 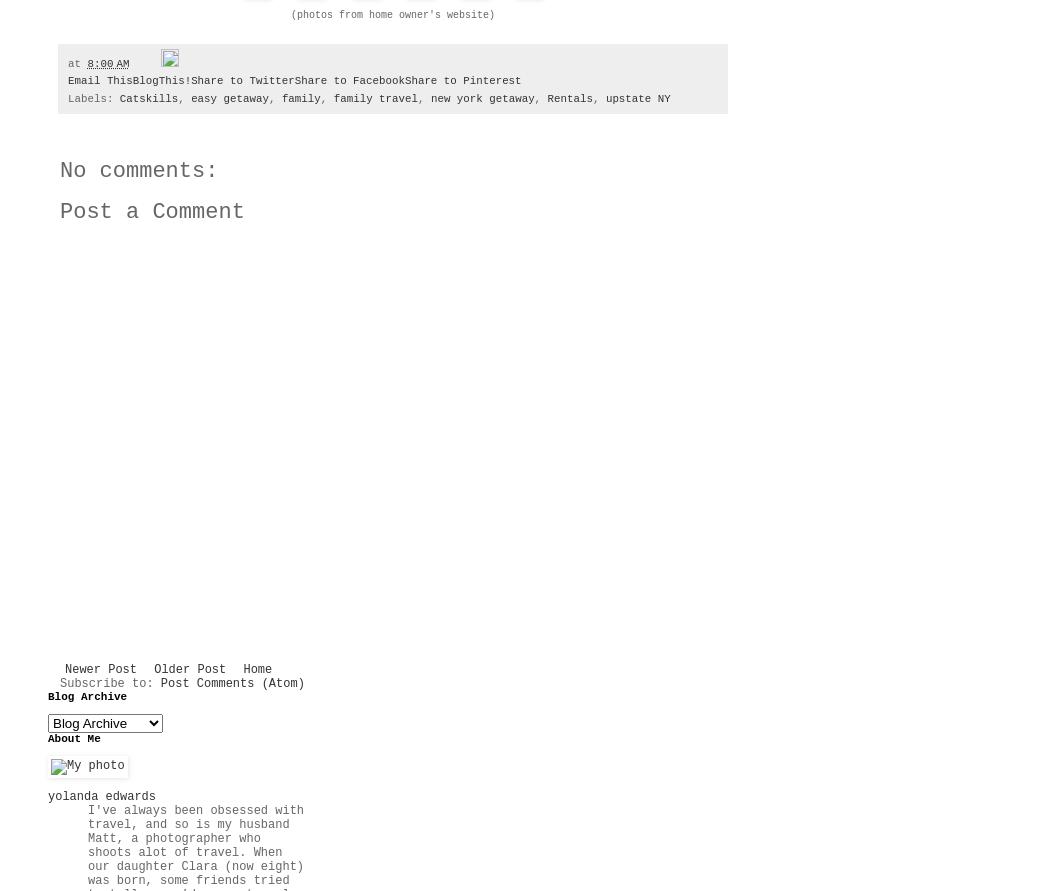 What do you see at coordinates (73, 738) in the screenshot?
I see `'About Me'` at bounding box center [73, 738].